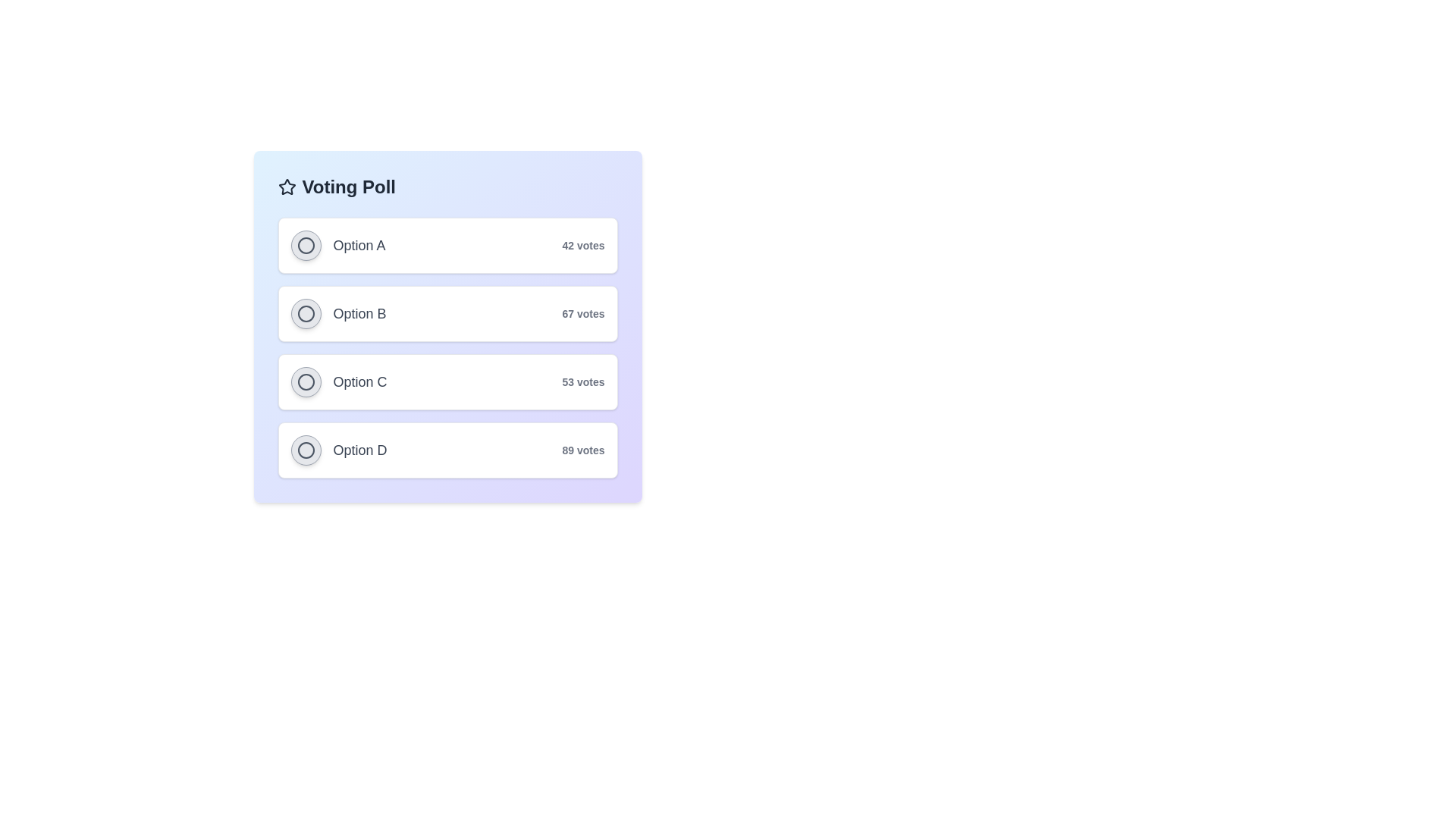 This screenshot has width=1456, height=819. Describe the element at coordinates (305, 450) in the screenshot. I see `the circular radio button with a gray outline located next to the text 'Option D' in the voting poll interface` at that location.